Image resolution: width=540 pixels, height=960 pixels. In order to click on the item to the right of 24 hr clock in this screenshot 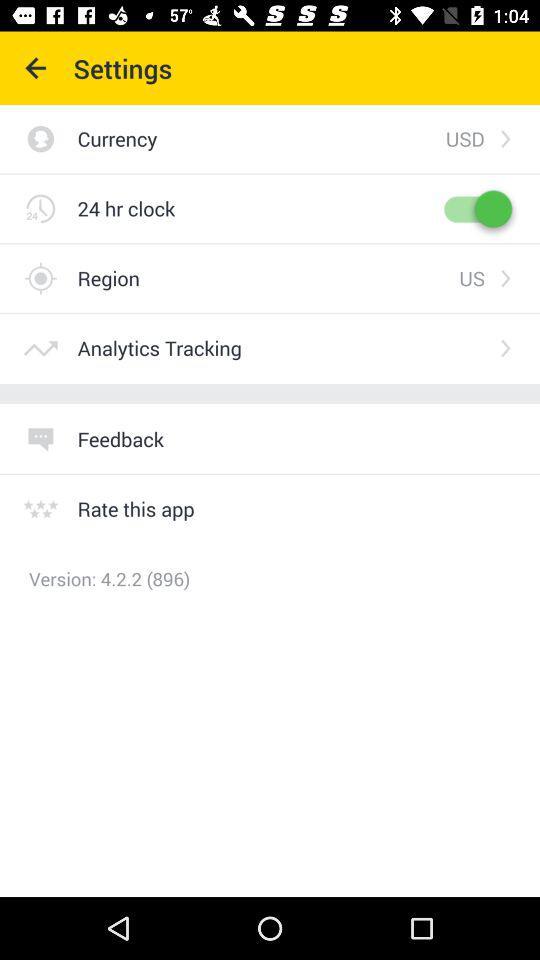, I will do `click(475, 208)`.